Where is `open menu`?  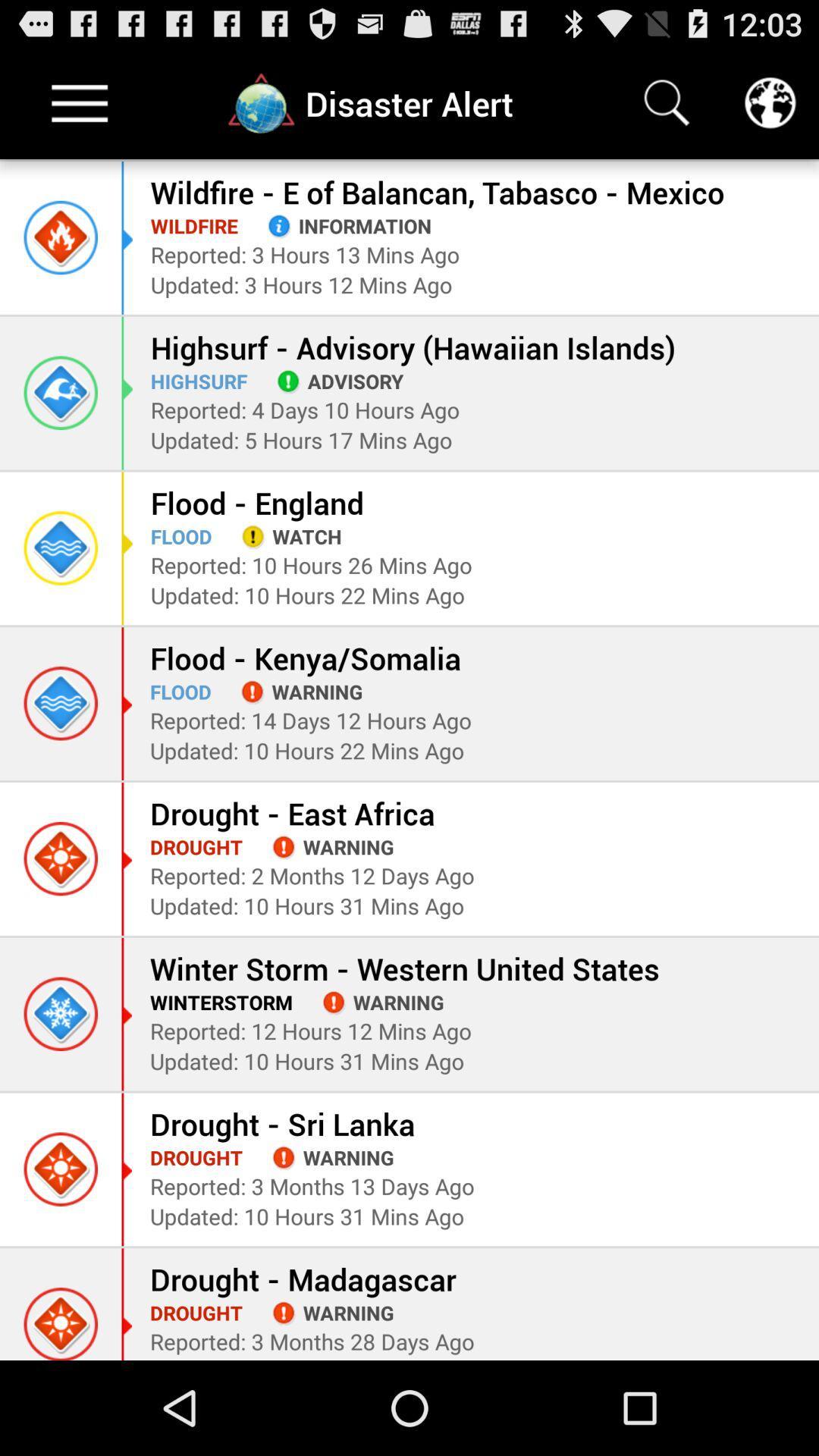
open menu is located at coordinates (80, 102).